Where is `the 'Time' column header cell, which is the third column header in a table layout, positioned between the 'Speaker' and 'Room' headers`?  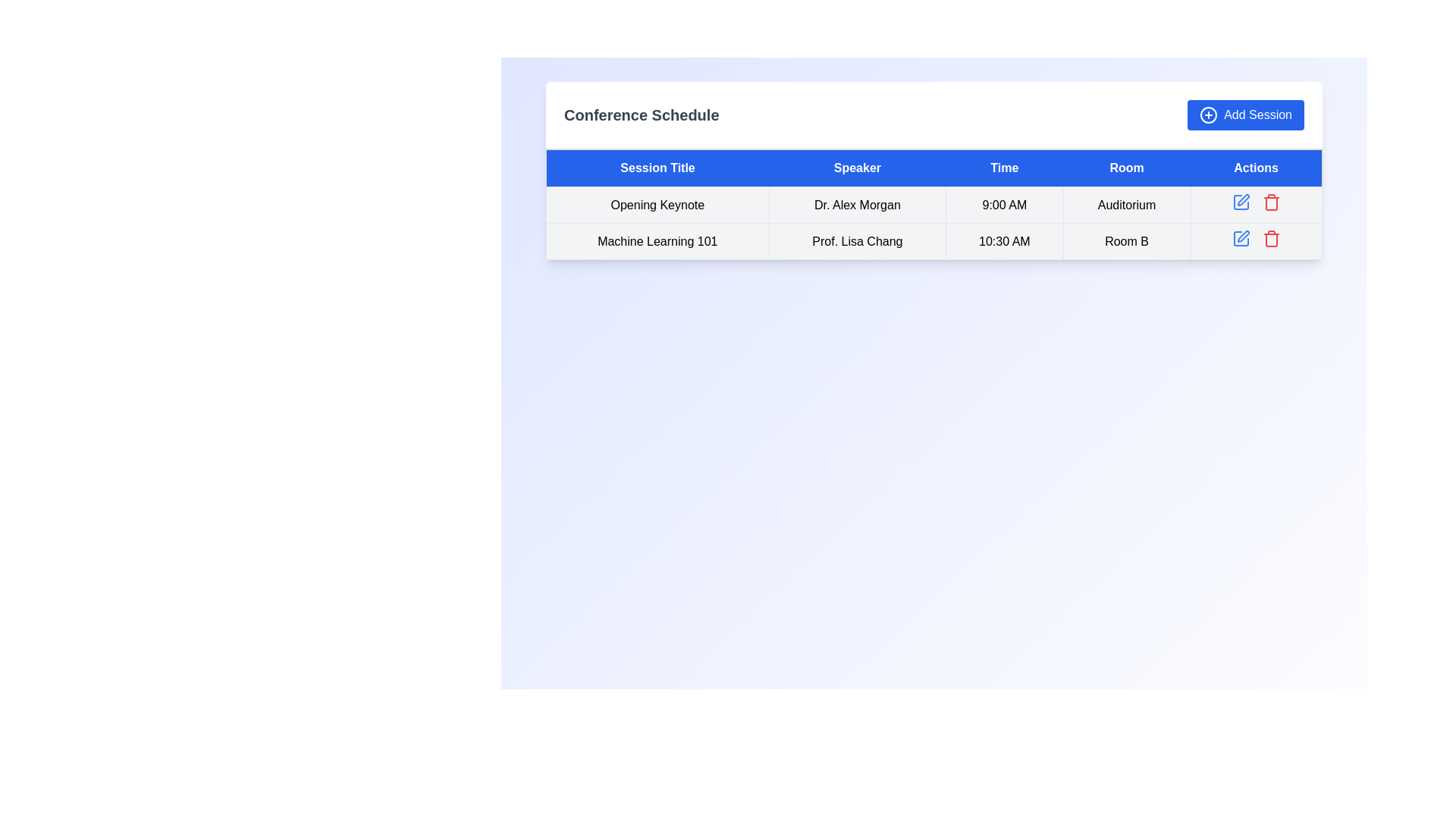
the 'Time' column header cell, which is the third column header in a table layout, positioned between the 'Speaker' and 'Room' headers is located at coordinates (1004, 168).